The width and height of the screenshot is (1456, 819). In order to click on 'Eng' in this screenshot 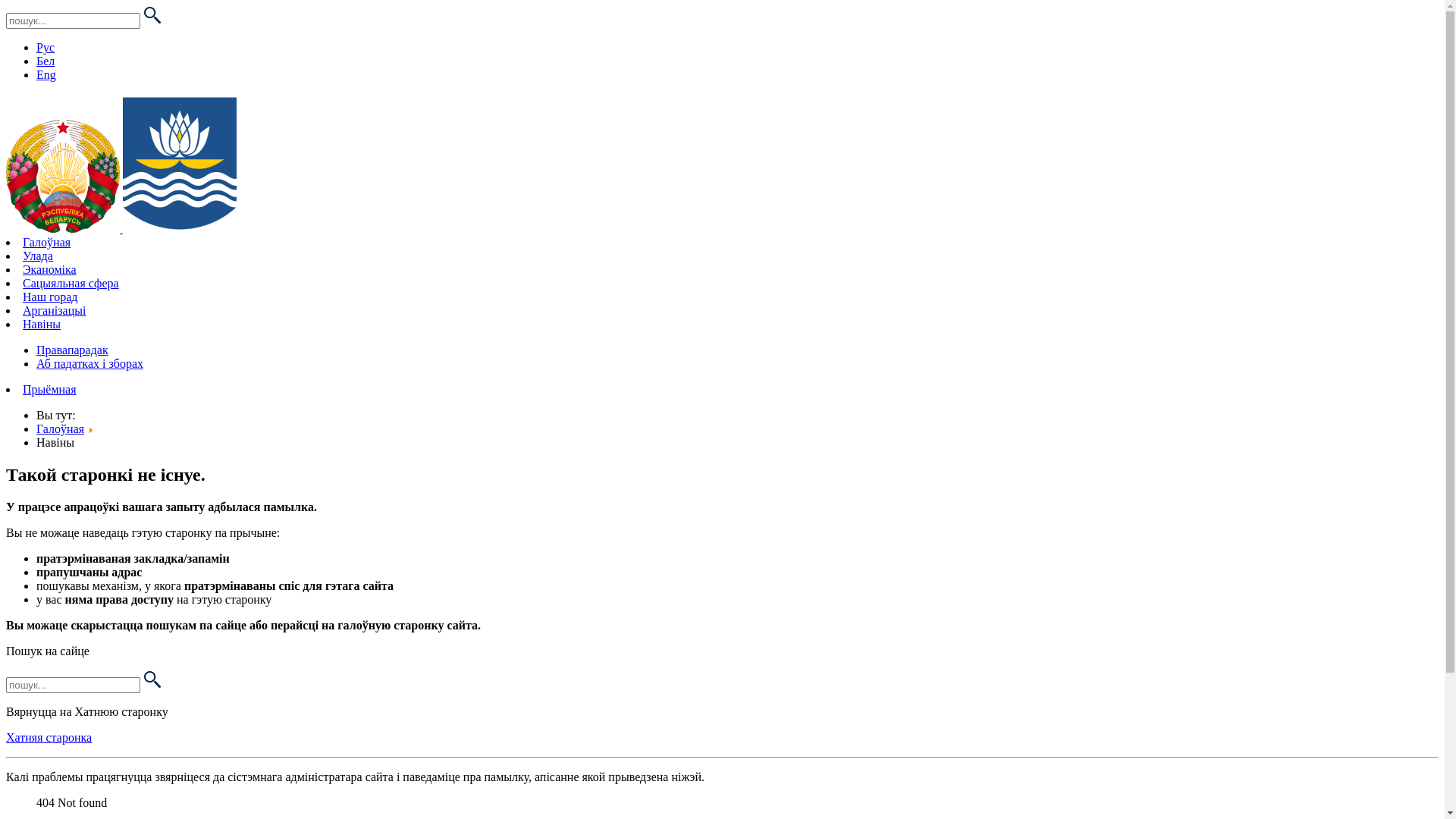, I will do `click(36, 74)`.